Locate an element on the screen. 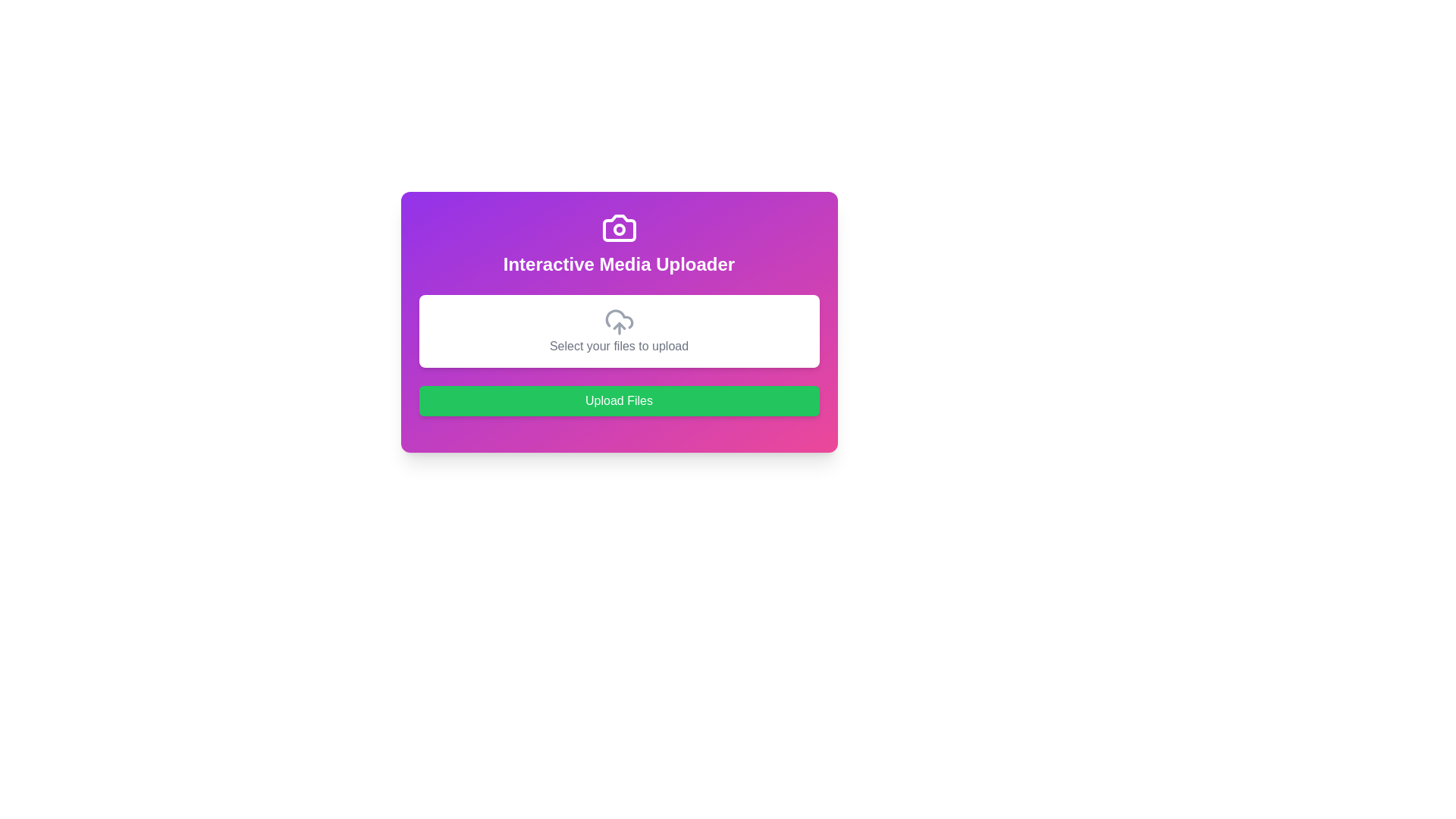 The height and width of the screenshot is (819, 1456). the text element displaying 'Select your files to upload' in gray font, located in the upload section of the interactive media uploader interface is located at coordinates (619, 346).